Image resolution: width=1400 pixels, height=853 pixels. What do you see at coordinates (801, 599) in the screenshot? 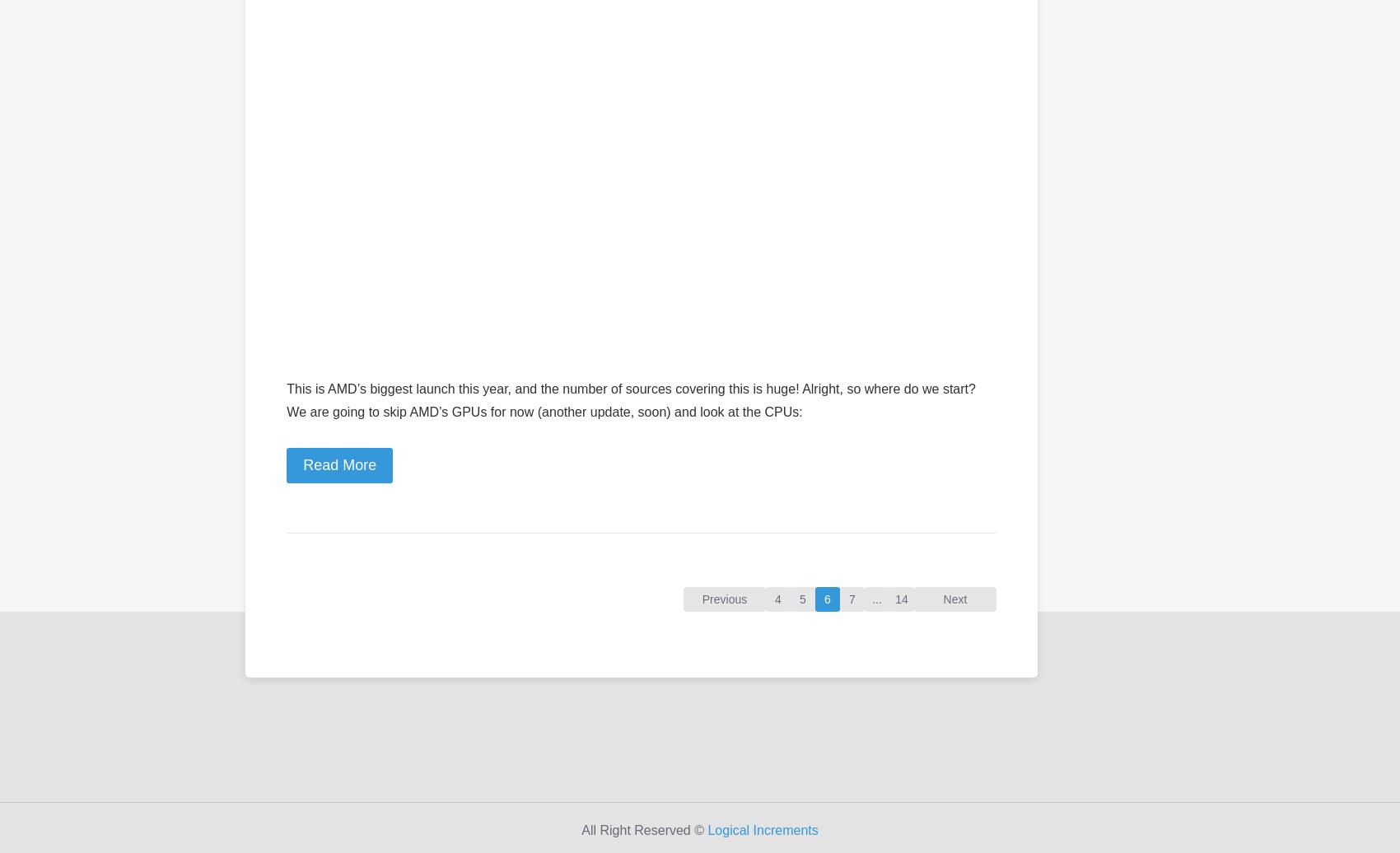
I see `'5'` at bounding box center [801, 599].